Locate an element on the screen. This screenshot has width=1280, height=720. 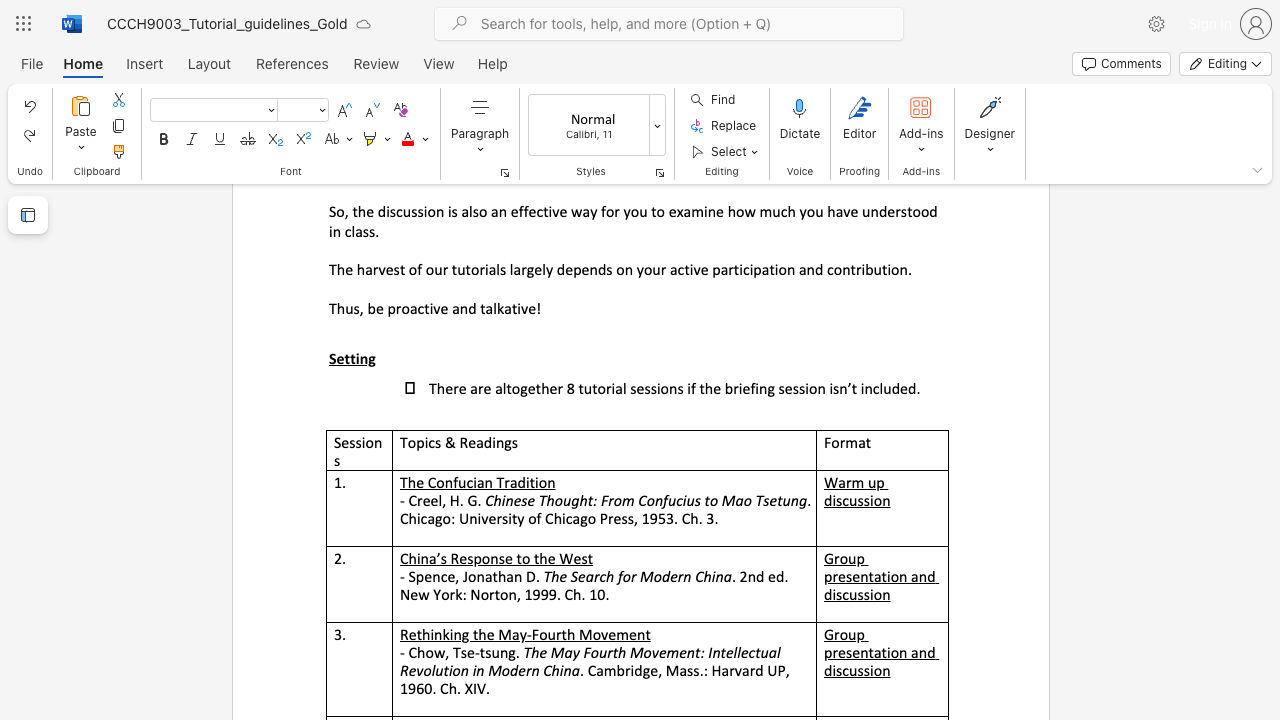
the subset text "d discussion" within the text "Group presentation and discussion" is located at coordinates (926, 652).